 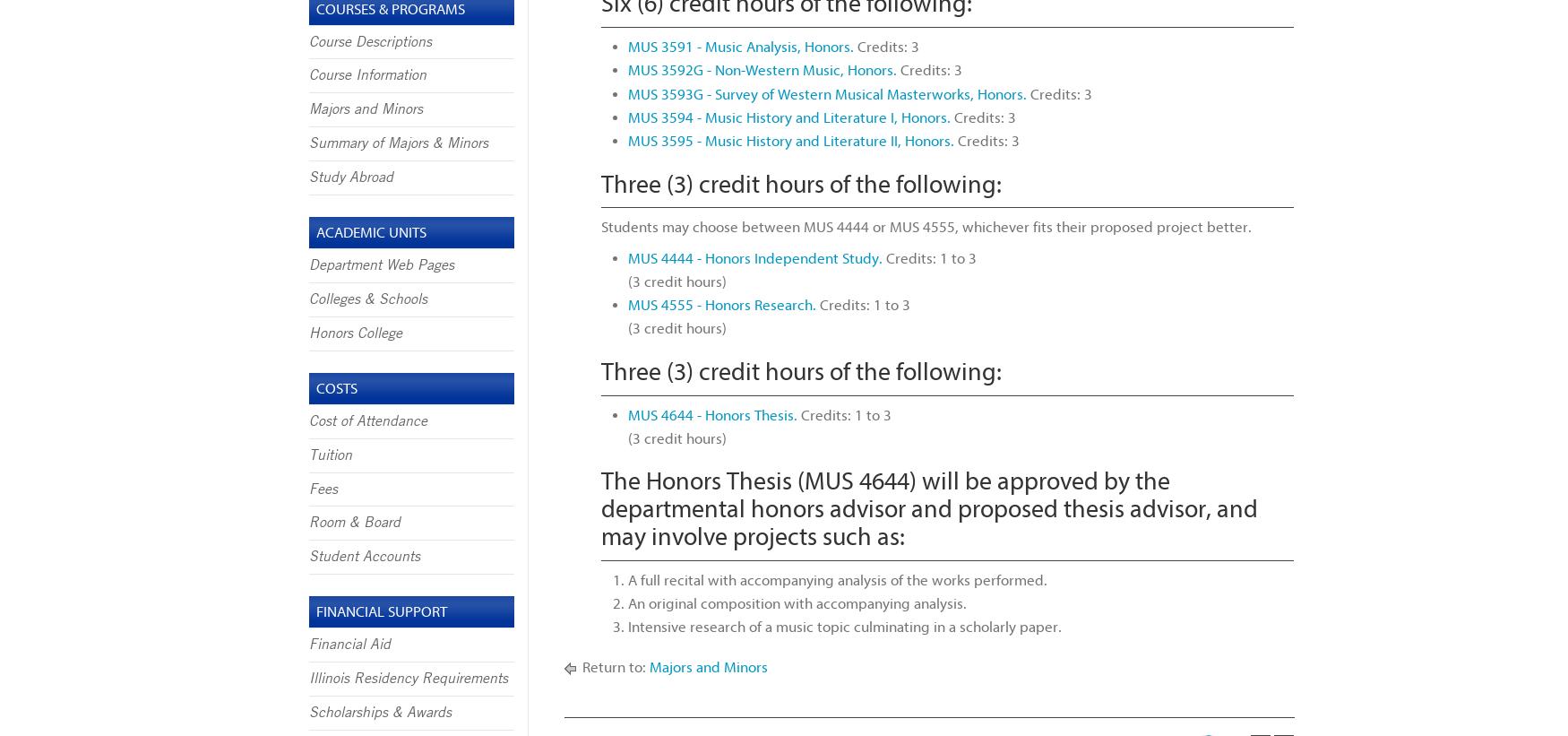 What do you see at coordinates (925, 227) in the screenshot?
I see `'Students may choose between MUS 4444 or MUS 4555, whichever fits their proposed project better.'` at bounding box center [925, 227].